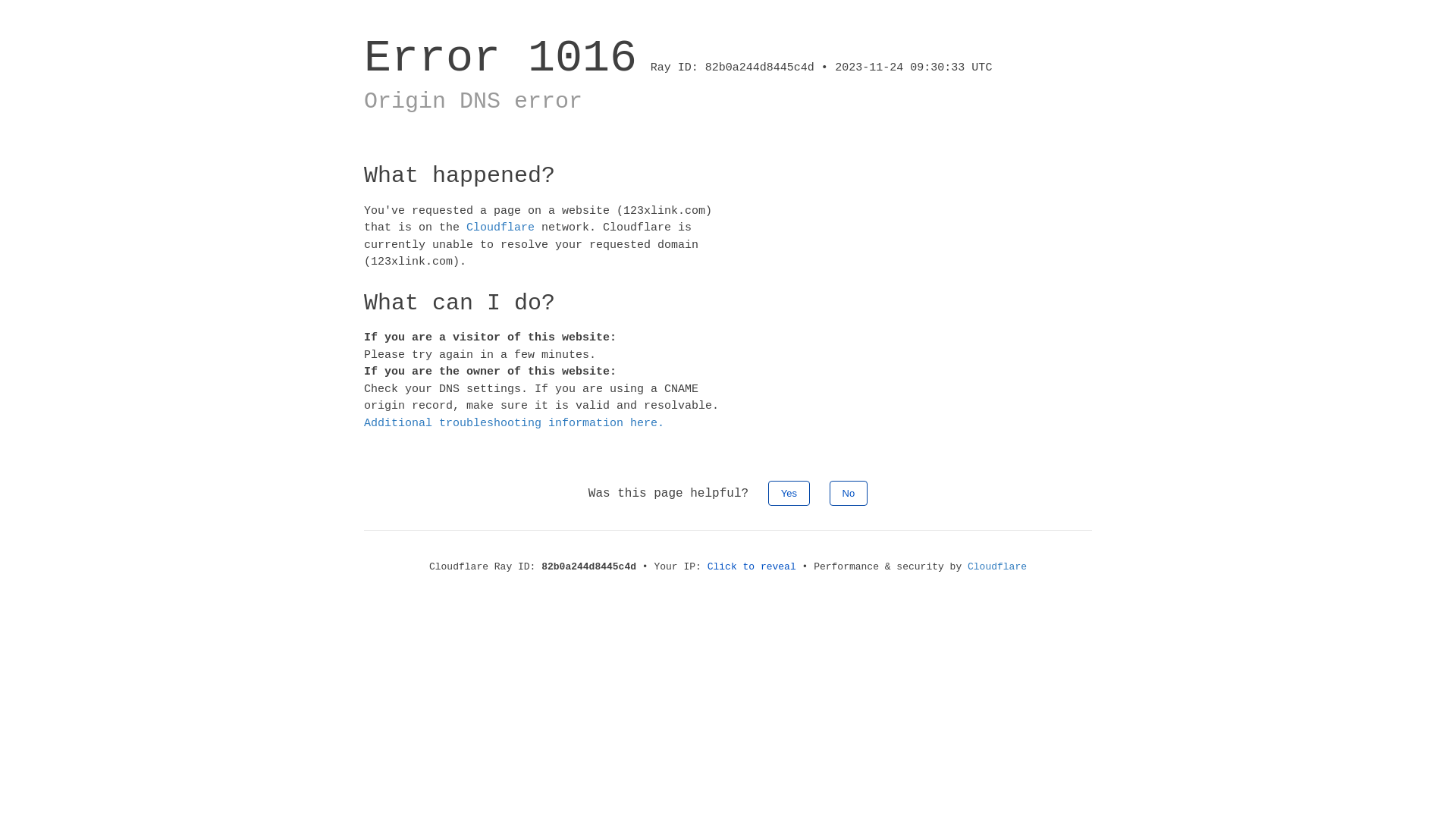 This screenshot has width=1456, height=819. What do you see at coordinates (706, 566) in the screenshot?
I see `'Click to reveal'` at bounding box center [706, 566].